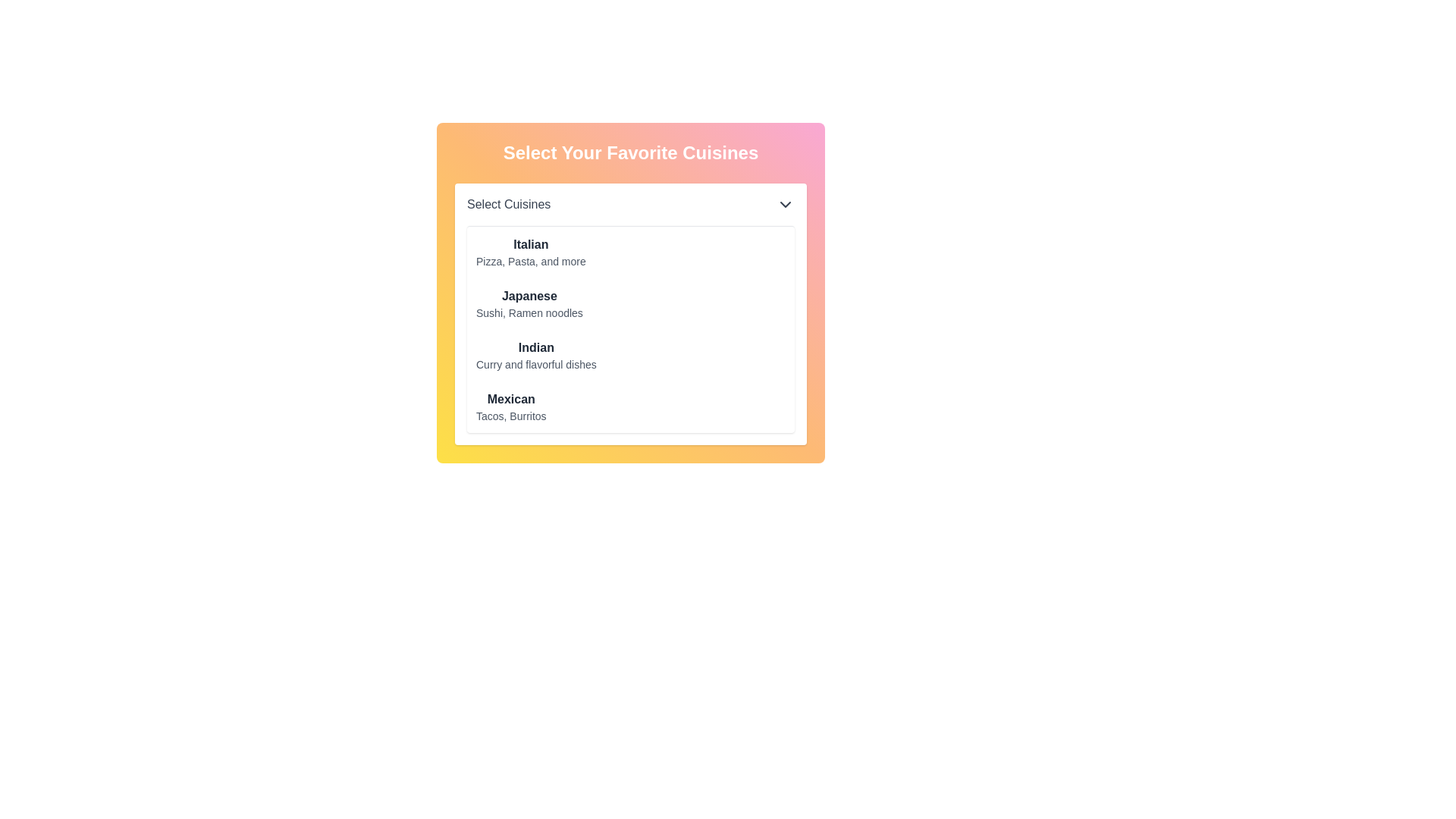  I want to click on the interactive list item that allows the user to select 'Mexican' cuisine in the dropdown list, so click(511, 406).